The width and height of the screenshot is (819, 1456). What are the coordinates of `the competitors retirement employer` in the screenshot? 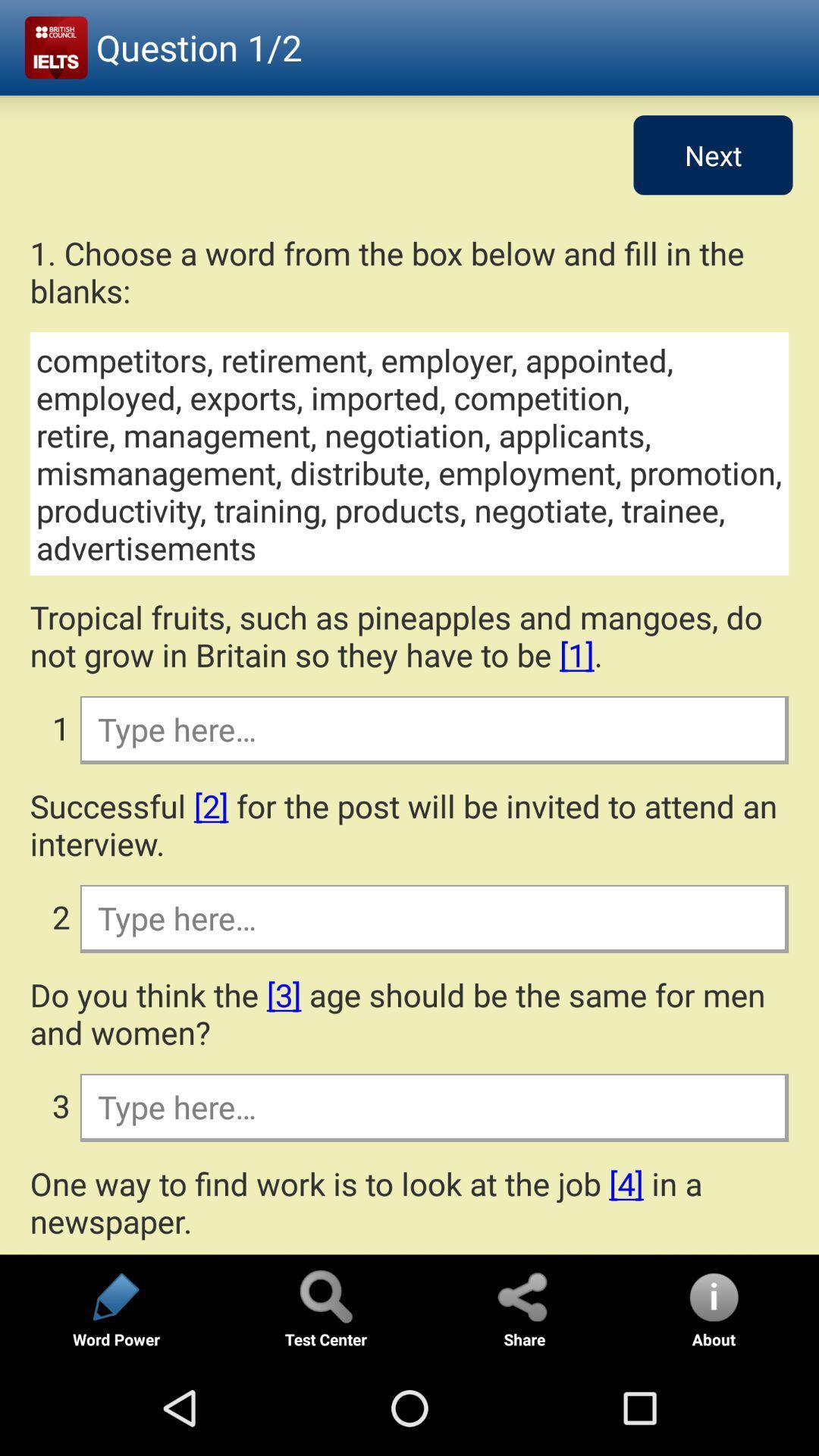 It's located at (409, 453).